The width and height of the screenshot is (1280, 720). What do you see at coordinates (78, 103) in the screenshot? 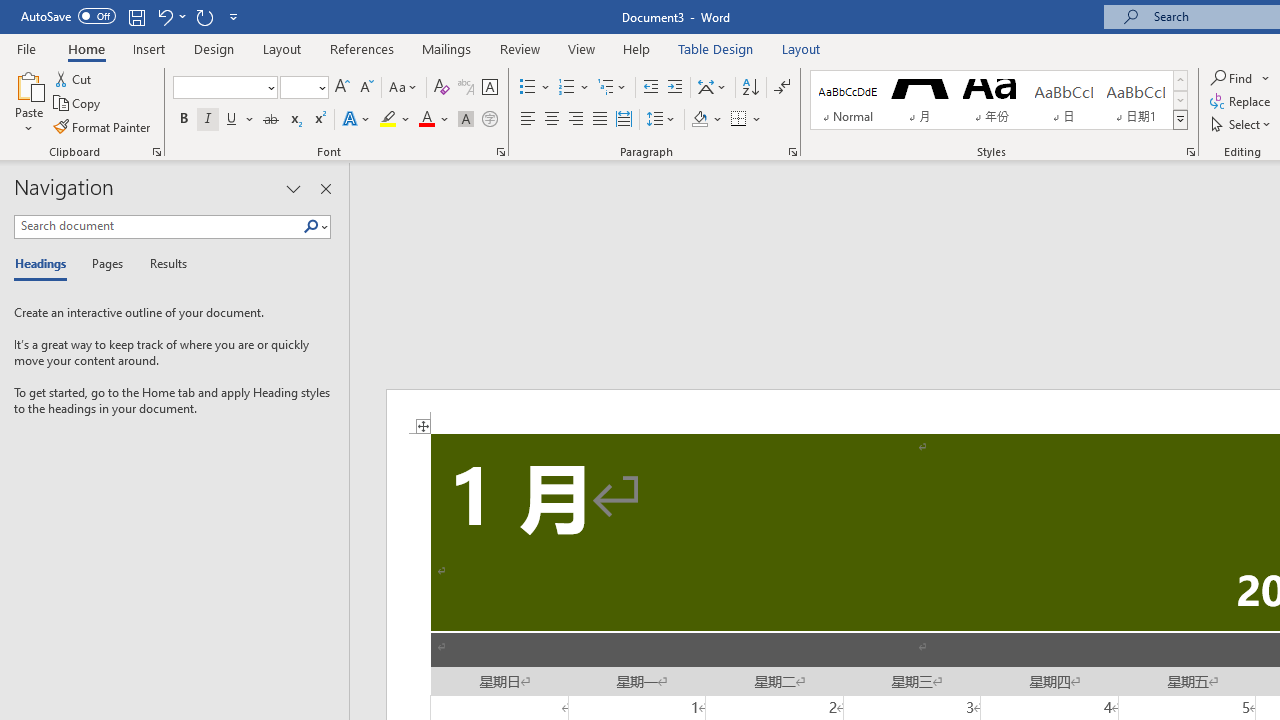
I see `'Copy'` at bounding box center [78, 103].